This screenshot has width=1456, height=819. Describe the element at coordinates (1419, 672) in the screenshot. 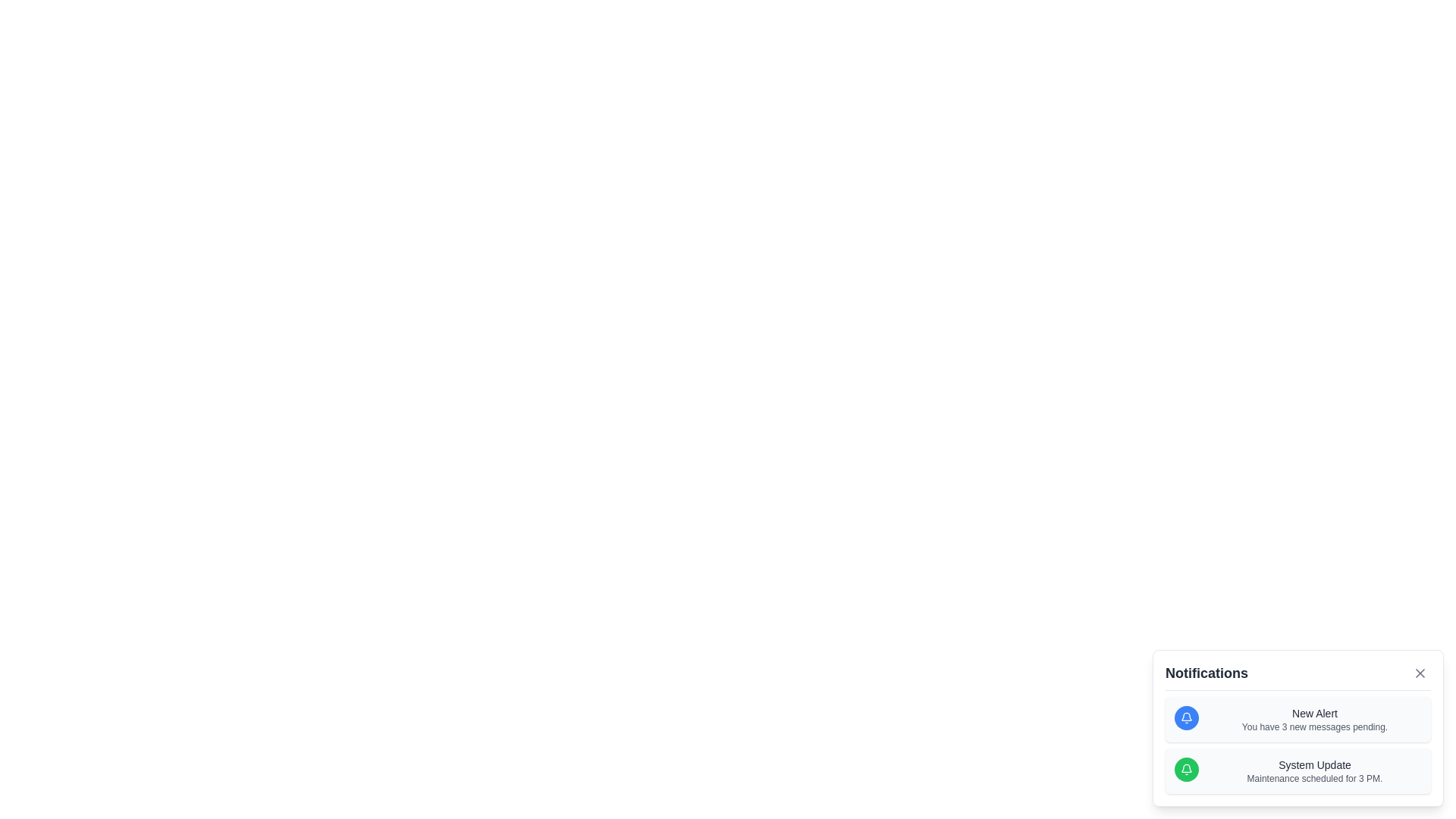

I see `the 'X' icon in the top-right corner of the notification card` at that location.